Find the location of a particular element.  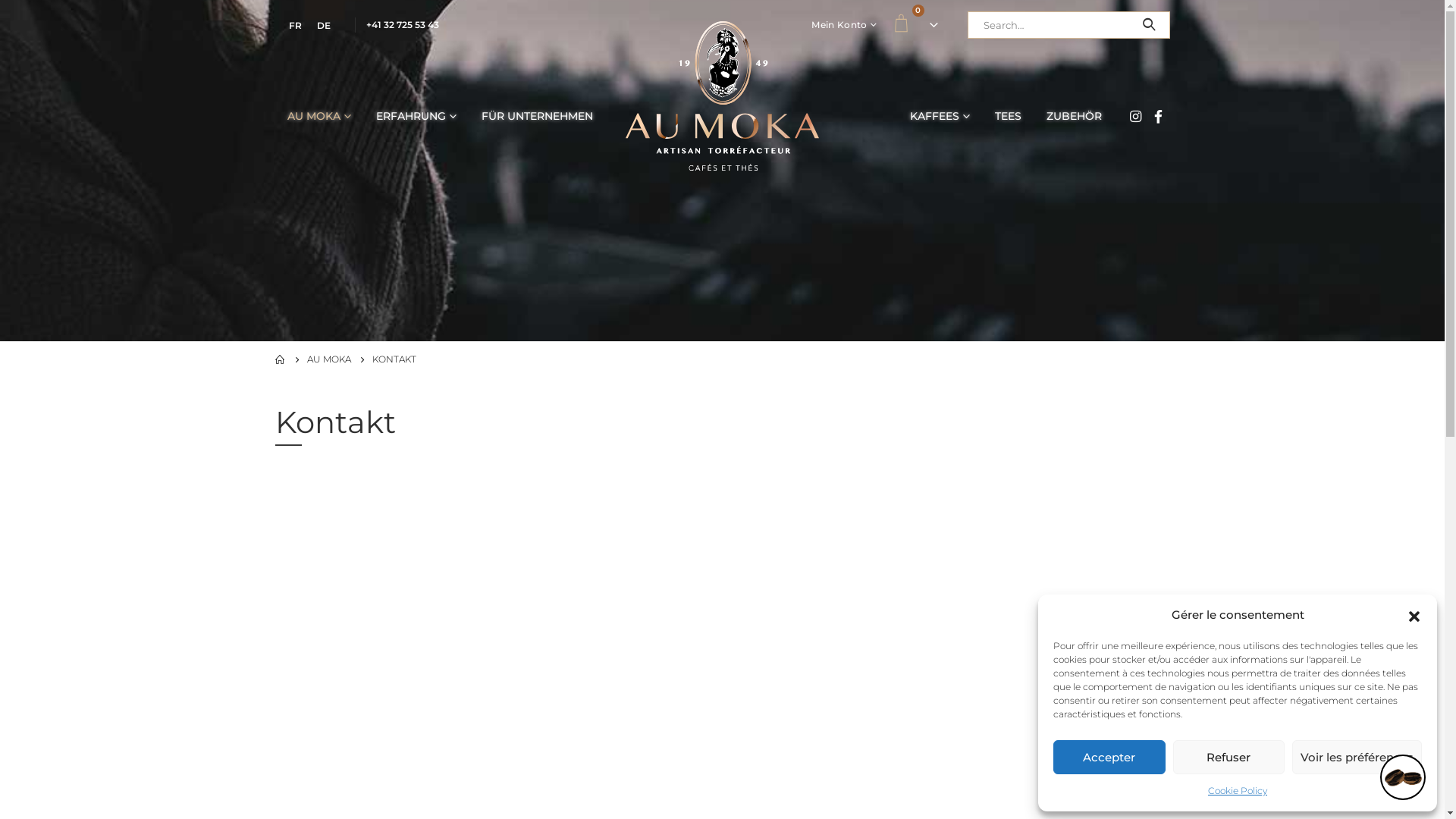

'Refuser' is located at coordinates (1228, 757).